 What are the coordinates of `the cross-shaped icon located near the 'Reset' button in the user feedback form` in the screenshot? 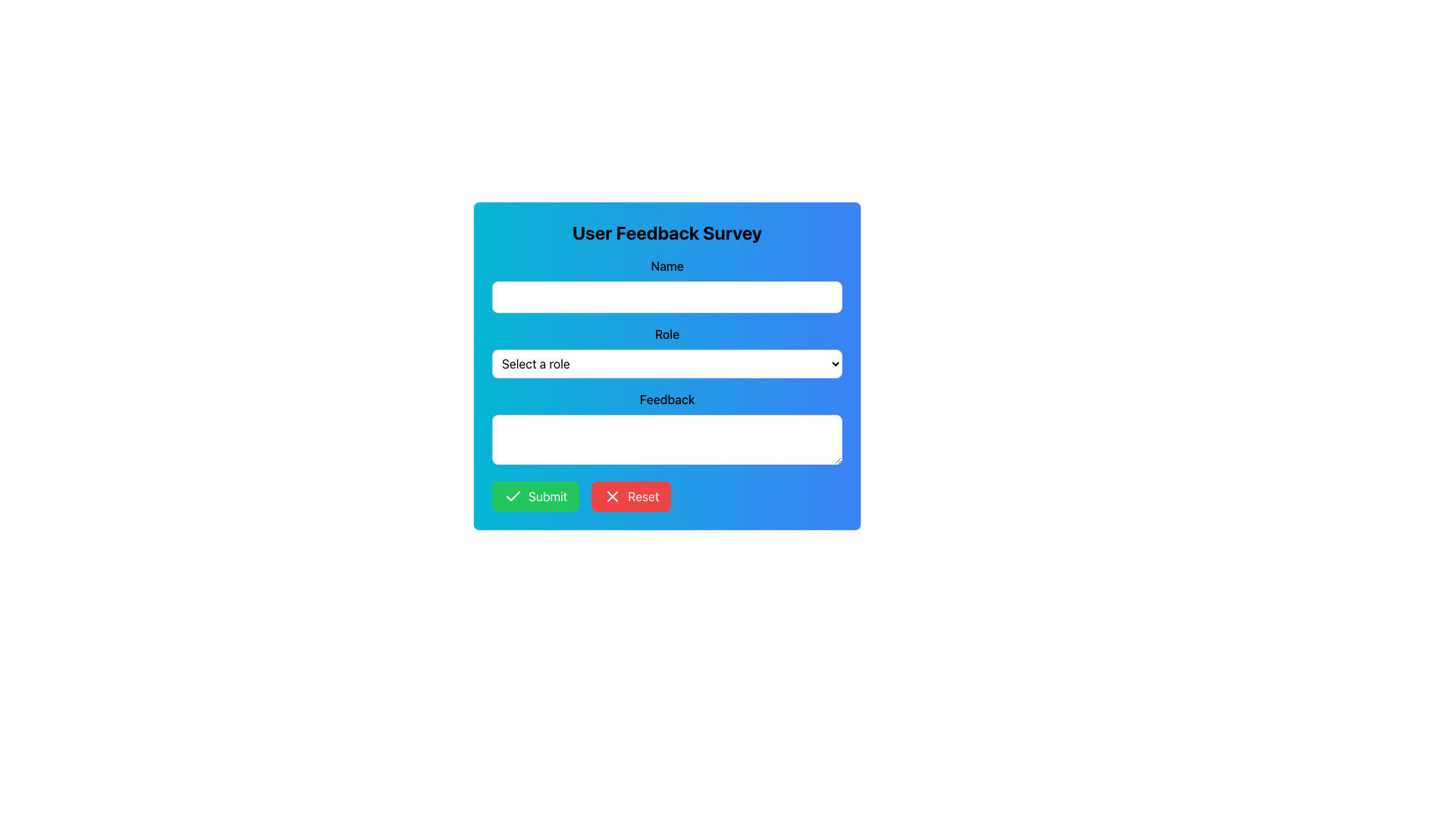 It's located at (613, 497).